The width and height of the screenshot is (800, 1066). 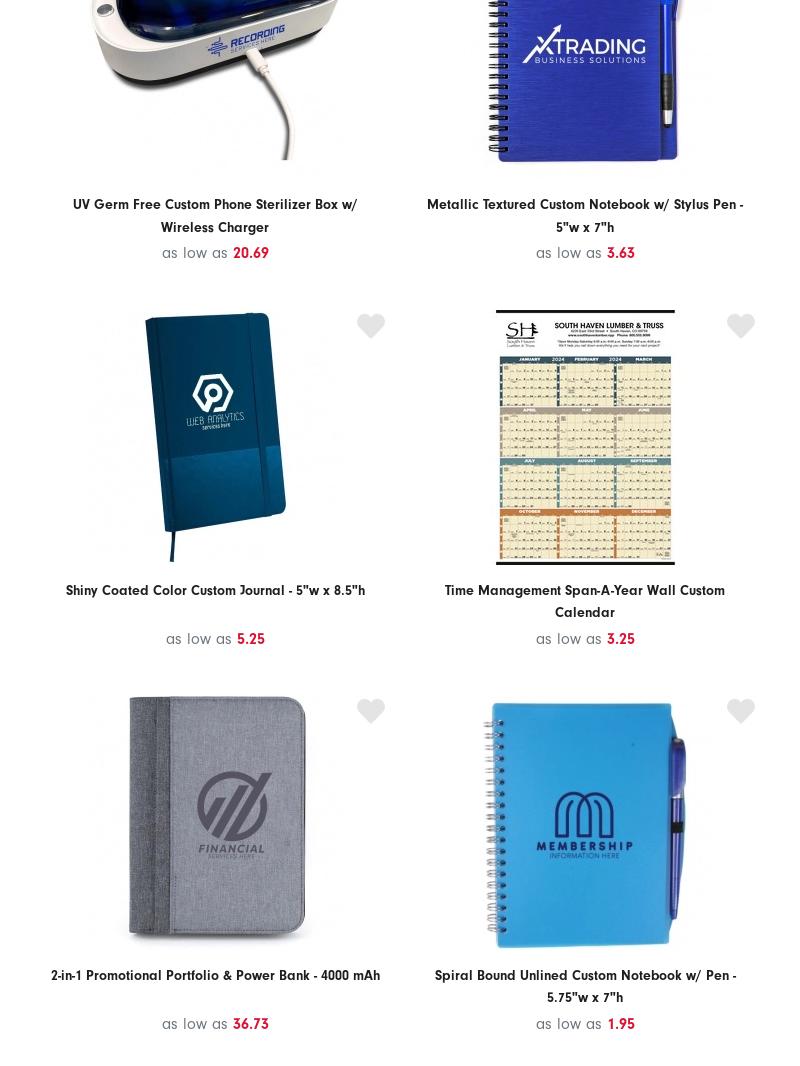 What do you see at coordinates (214, 974) in the screenshot?
I see `'2-in-1 Promotional Portfolio & Power Bank - 4000 mAh'` at bounding box center [214, 974].